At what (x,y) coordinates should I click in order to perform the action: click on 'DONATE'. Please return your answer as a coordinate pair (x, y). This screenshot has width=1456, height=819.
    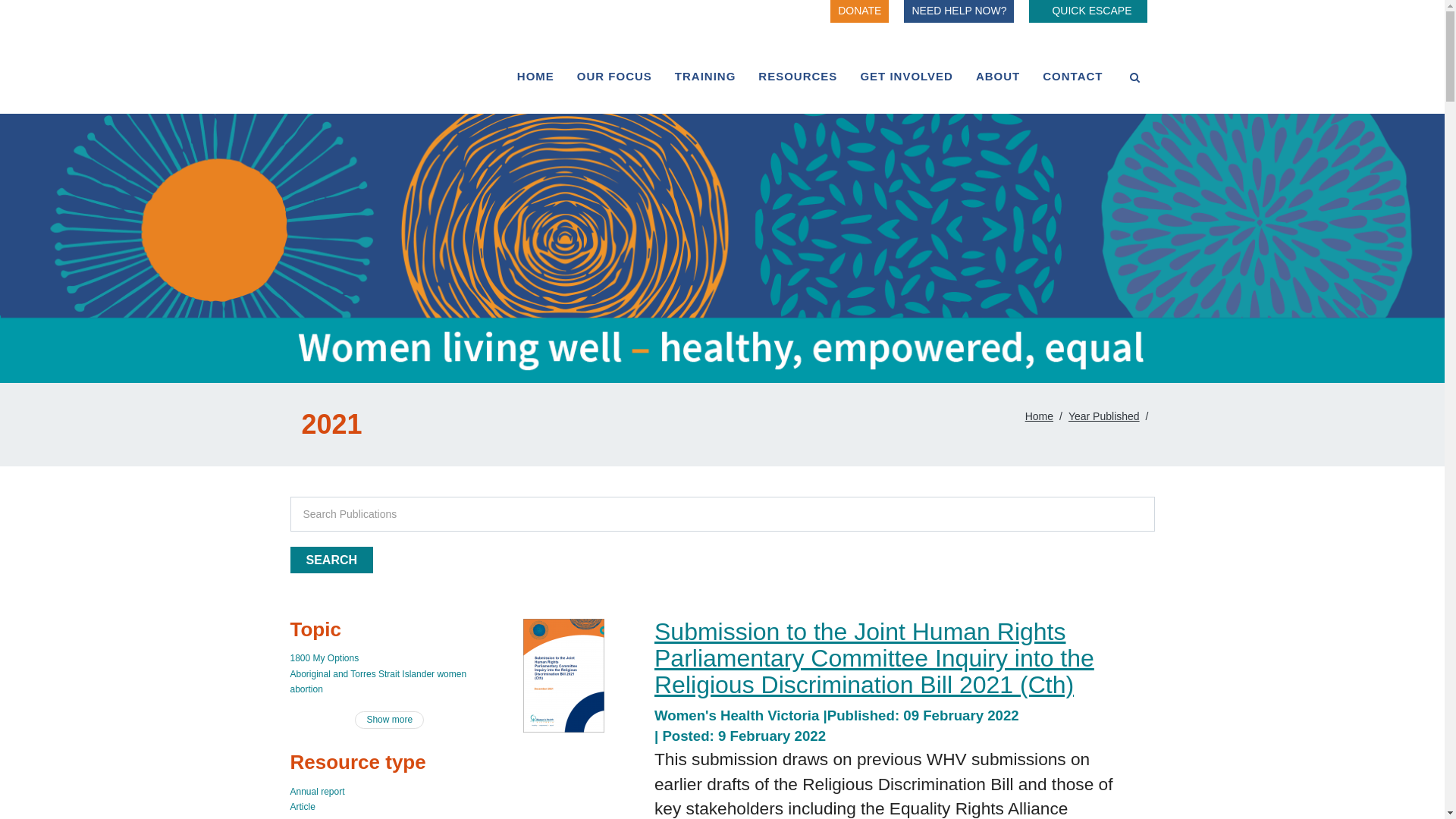
    Looking at the image, I should click on (829, 11).